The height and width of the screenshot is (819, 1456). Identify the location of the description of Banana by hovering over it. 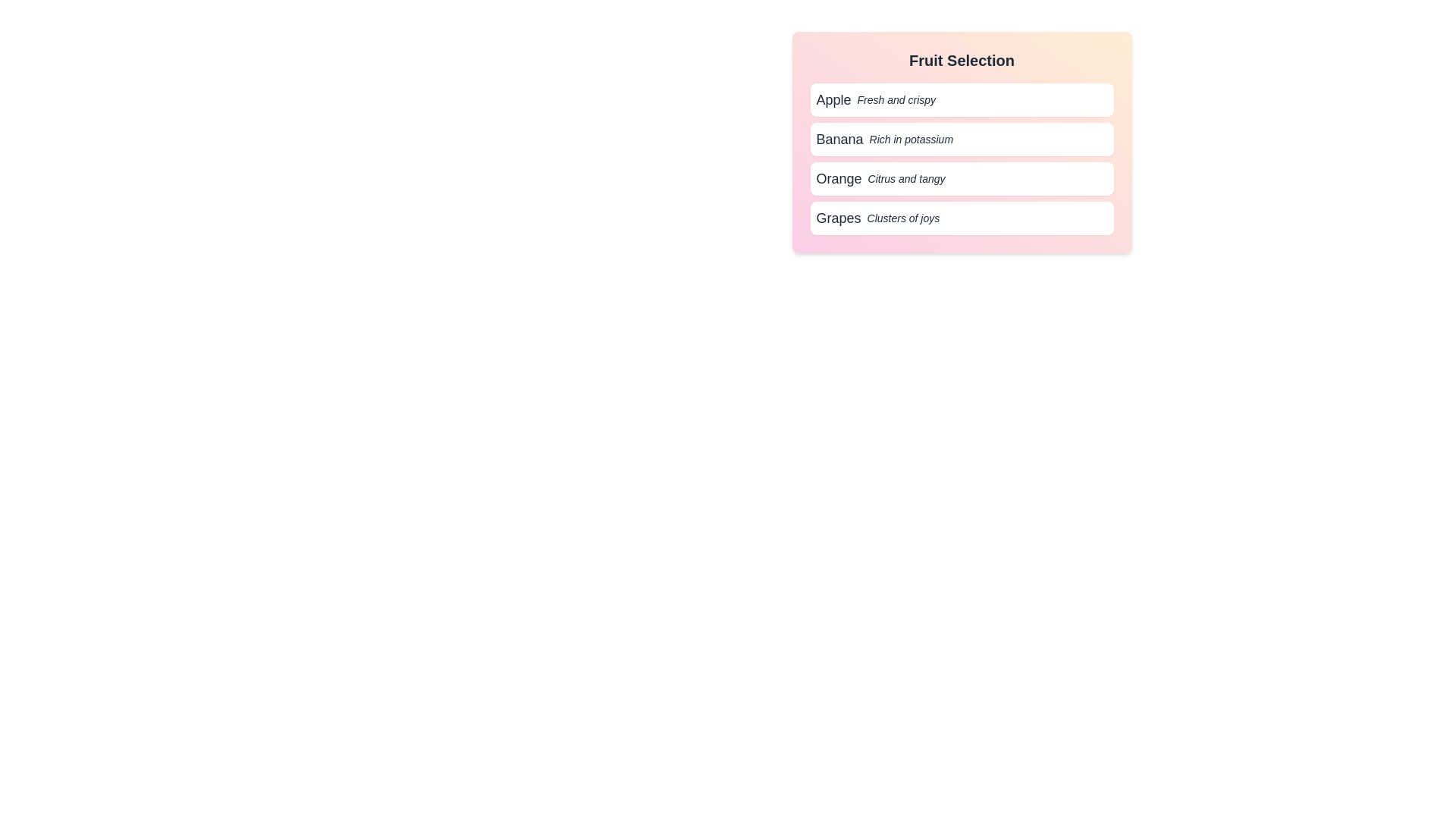
(961, 140).